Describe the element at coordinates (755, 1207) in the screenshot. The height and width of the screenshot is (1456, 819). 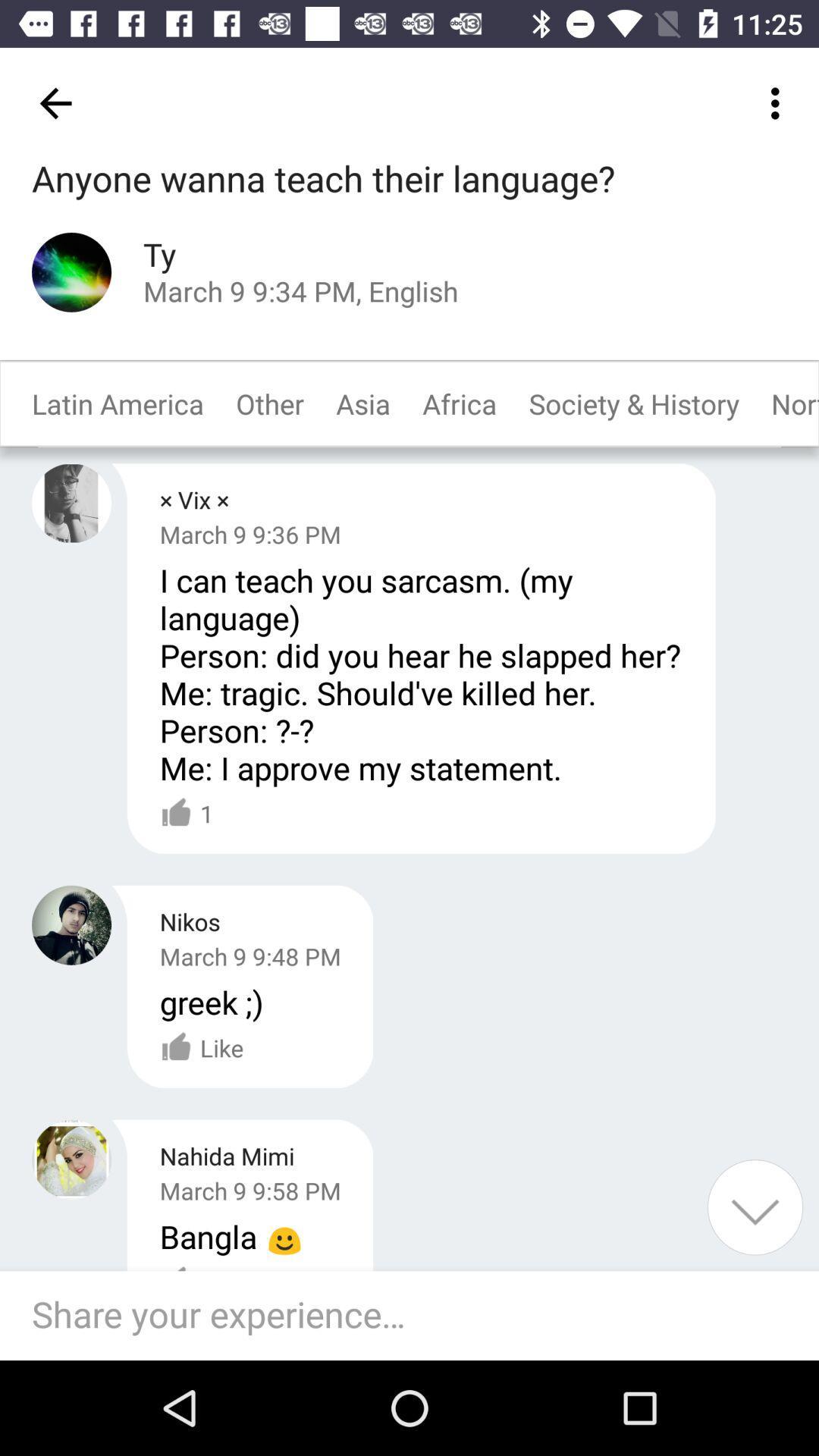
I see `a button for scrolling down the screen` at that location.